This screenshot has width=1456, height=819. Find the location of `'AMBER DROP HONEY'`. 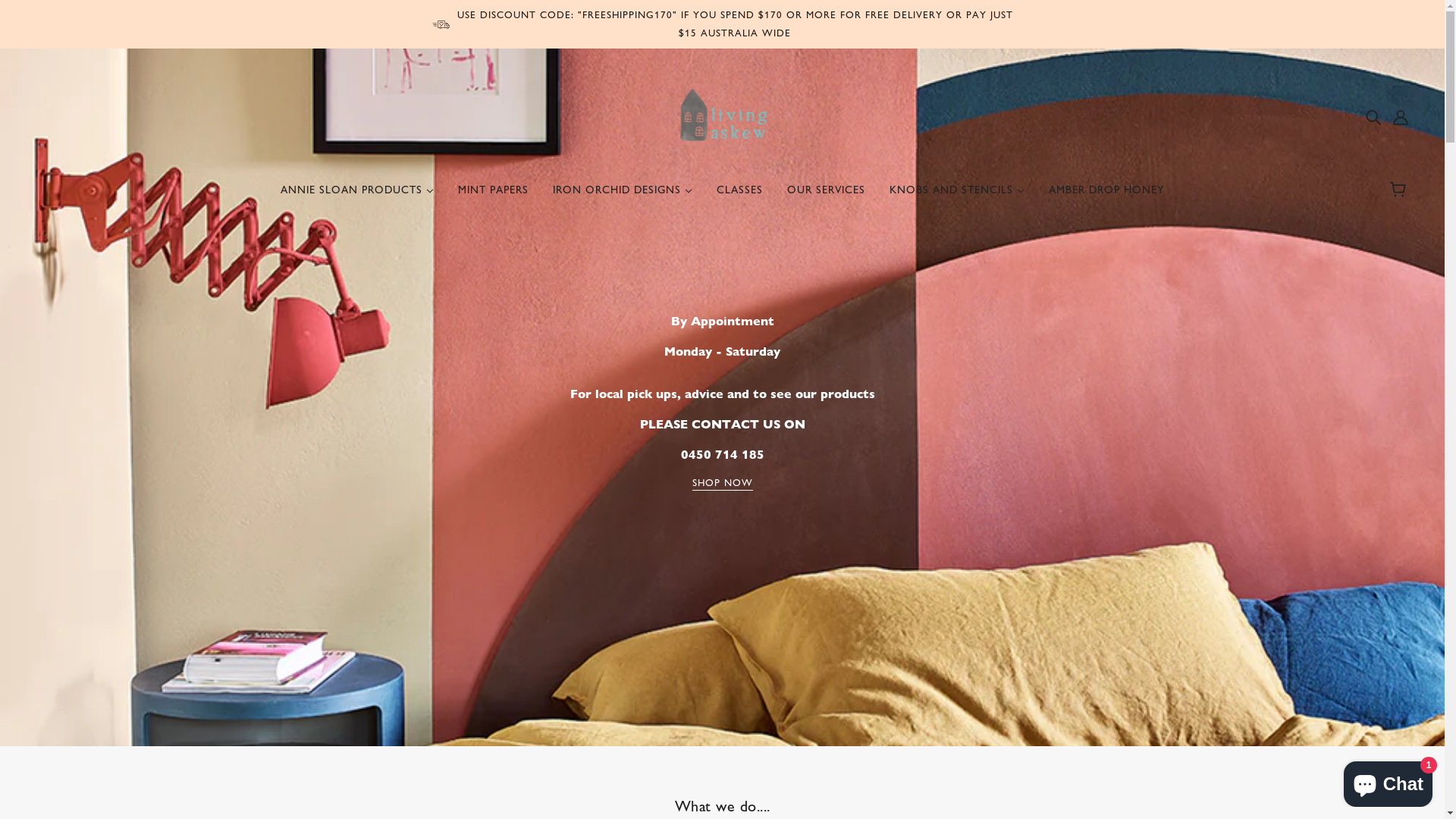

'AMBER DROP HONEY' is located at coordinates (1106, 195).